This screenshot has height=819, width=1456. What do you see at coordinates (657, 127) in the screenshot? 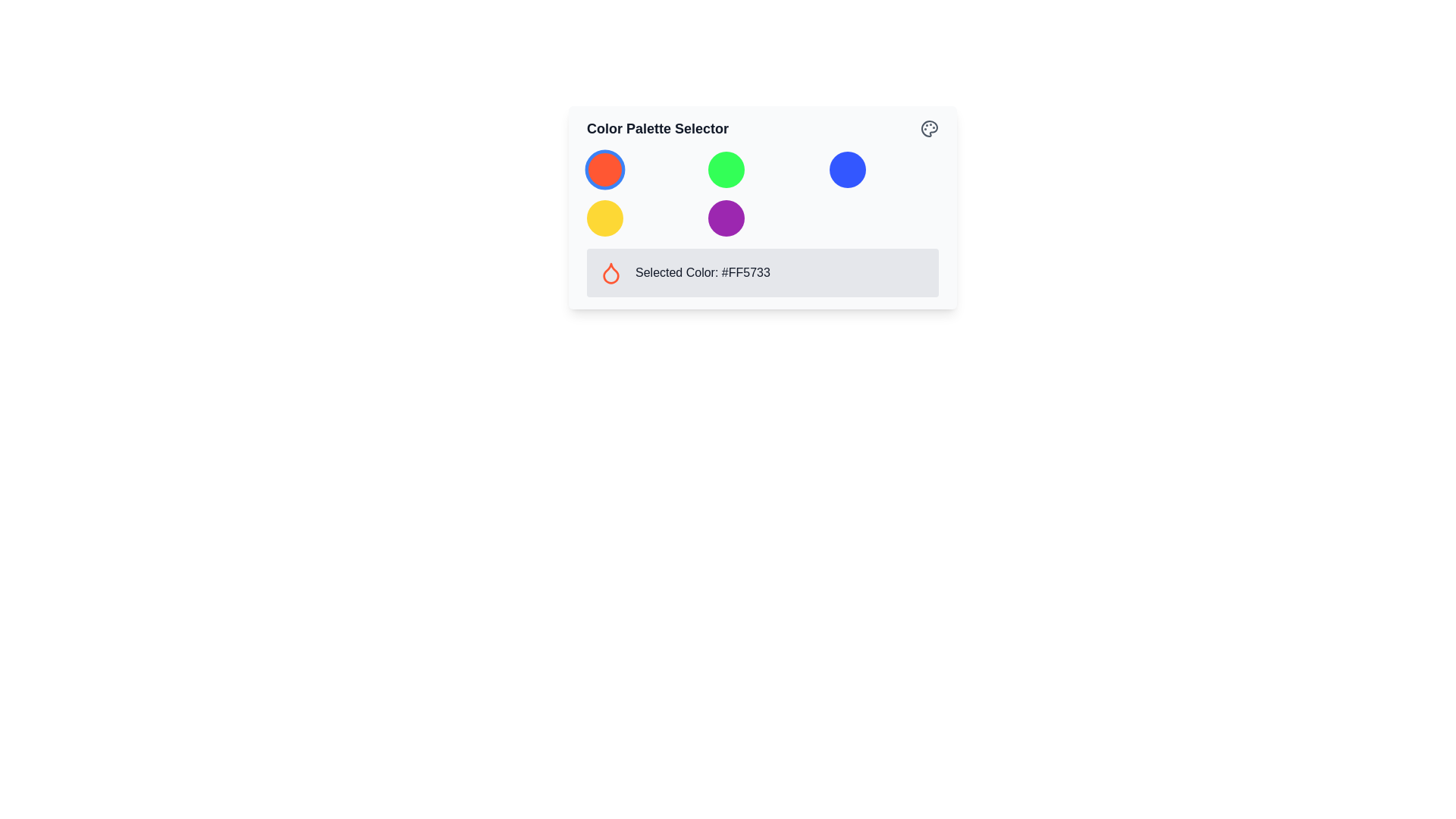
I see `the Text label that serves as the title or caption for the color palette selection interface, located to the left of an SVG icon resembling a palette` at bounding box center [657, 127].